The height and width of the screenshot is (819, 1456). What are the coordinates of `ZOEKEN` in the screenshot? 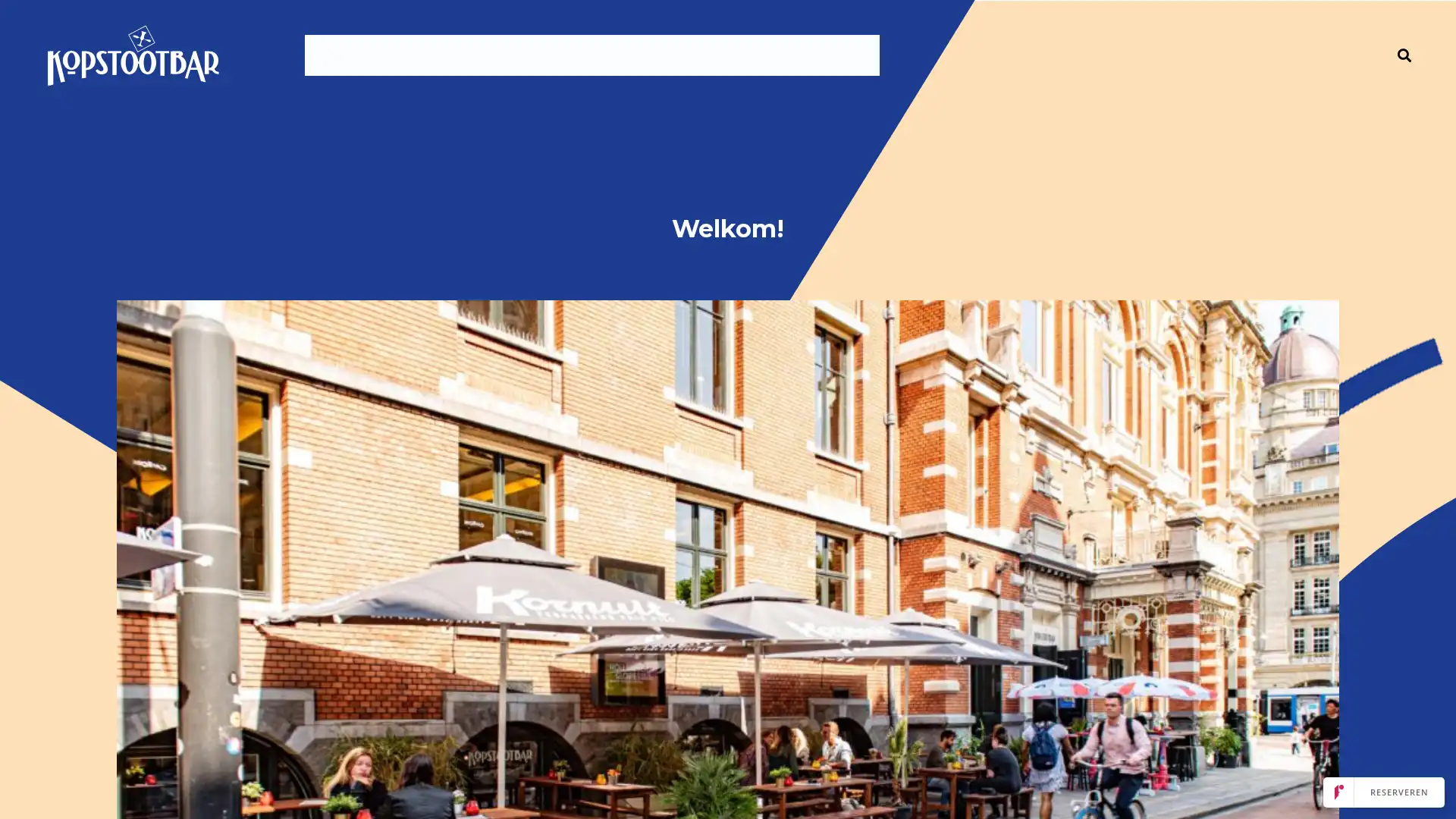 It's located at (1404, 55).